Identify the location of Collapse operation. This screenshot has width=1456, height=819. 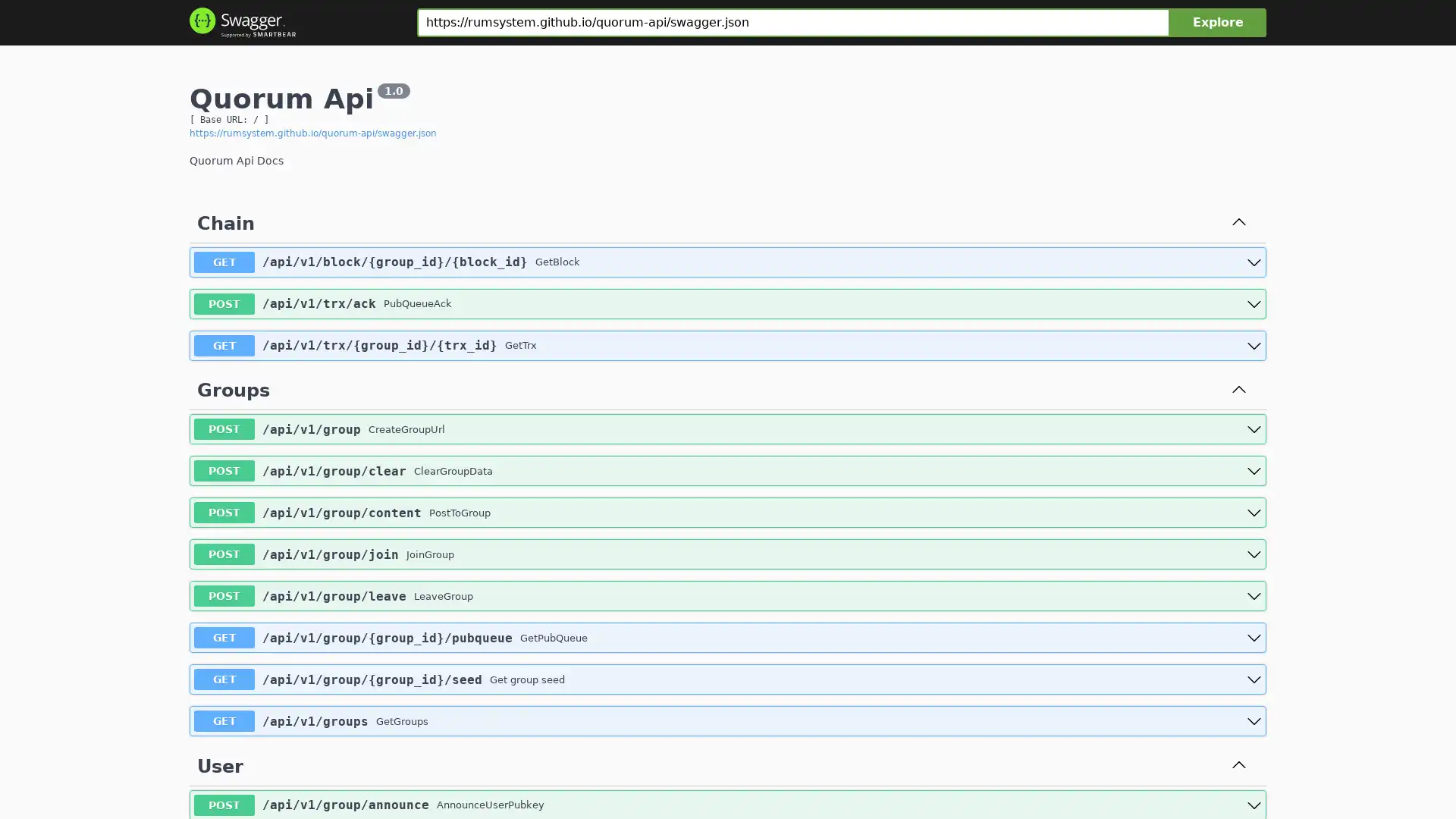
(1238, 390).